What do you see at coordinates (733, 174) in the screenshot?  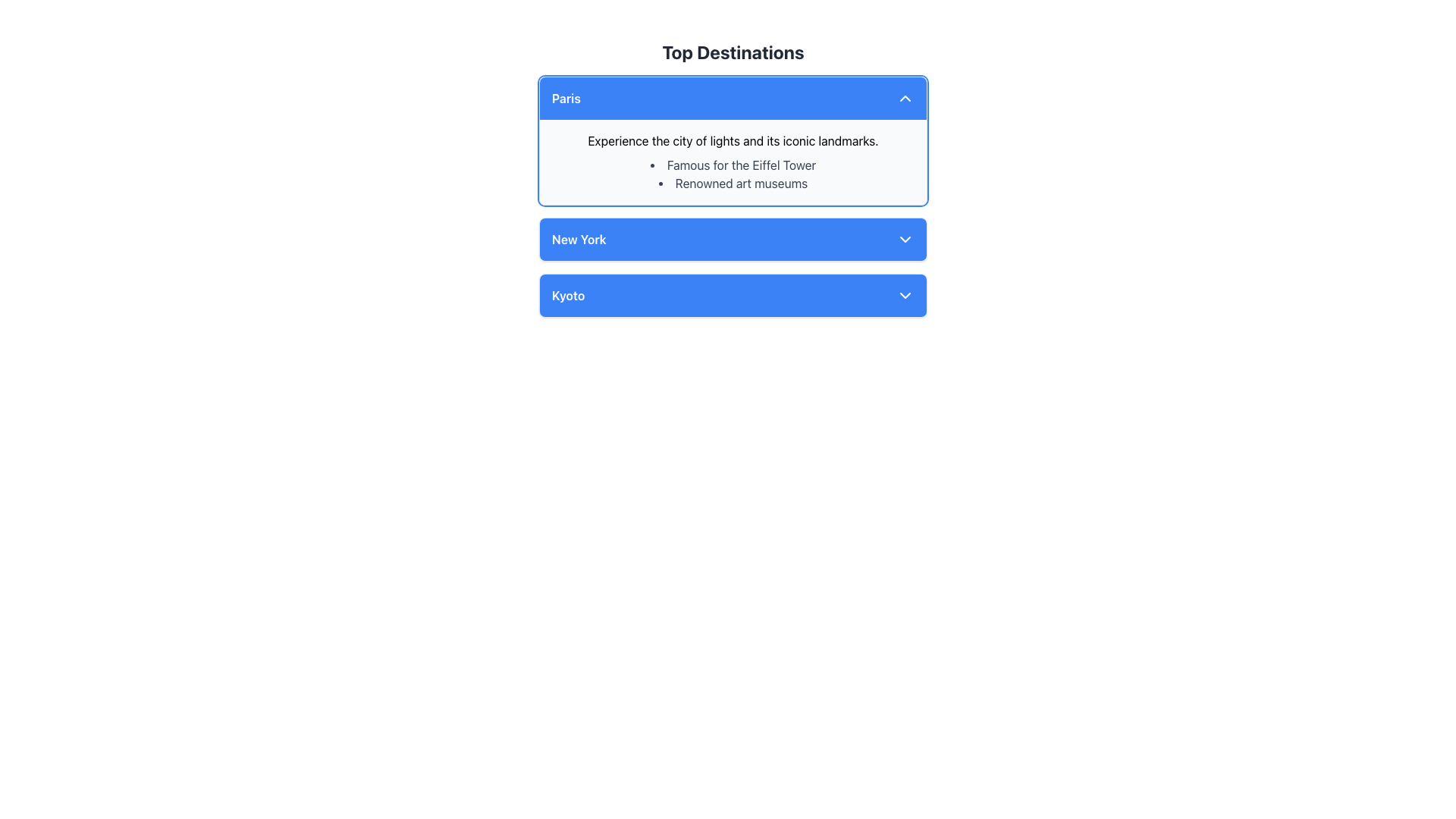 I see `the Text List (Bullet Points) containing 'Famous for the Eiffel Tower' and 'Renowned art museums' located under the 'Paris' section` at bounding box center [733, 174].